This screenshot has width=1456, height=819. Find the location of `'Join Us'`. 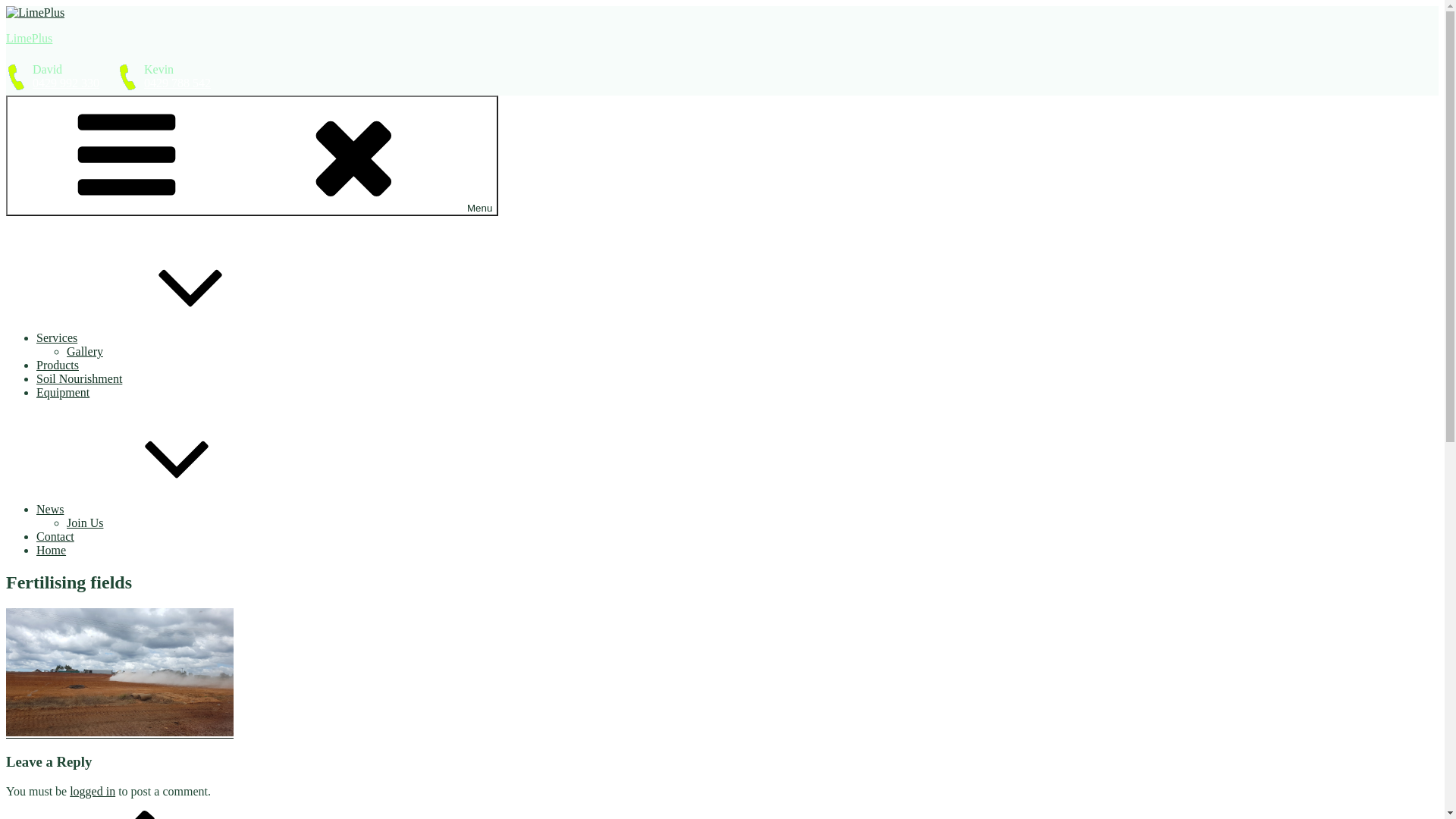

'Join Us' is located at coordinates (83, 522).